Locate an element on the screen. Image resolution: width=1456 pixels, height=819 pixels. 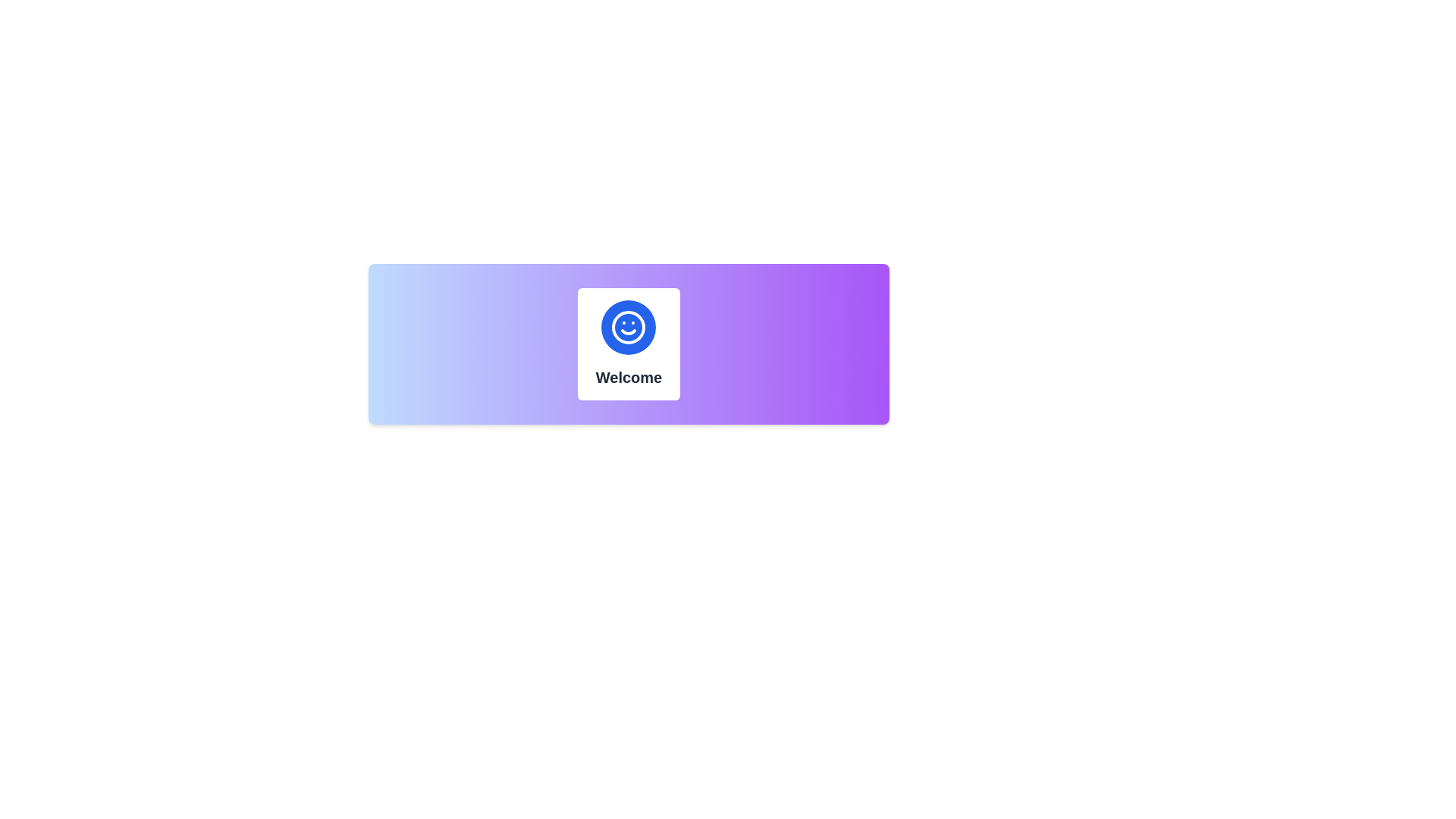
the decorative SVG icon symbolizing positivity, located in the header section above the 'Welcome' text is located at coordinates (629, 327).